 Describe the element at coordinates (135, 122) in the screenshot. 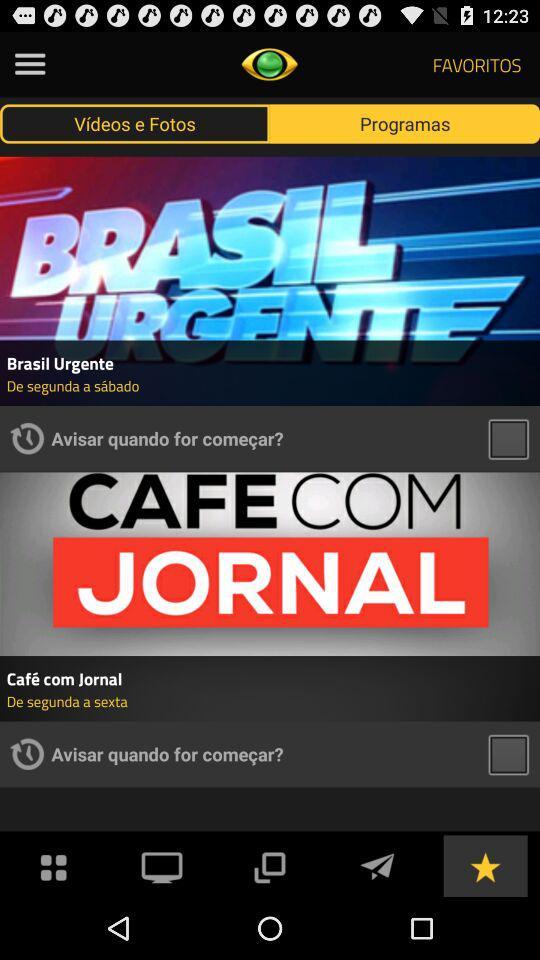

I see `the icon to the left of the programas` at that location.